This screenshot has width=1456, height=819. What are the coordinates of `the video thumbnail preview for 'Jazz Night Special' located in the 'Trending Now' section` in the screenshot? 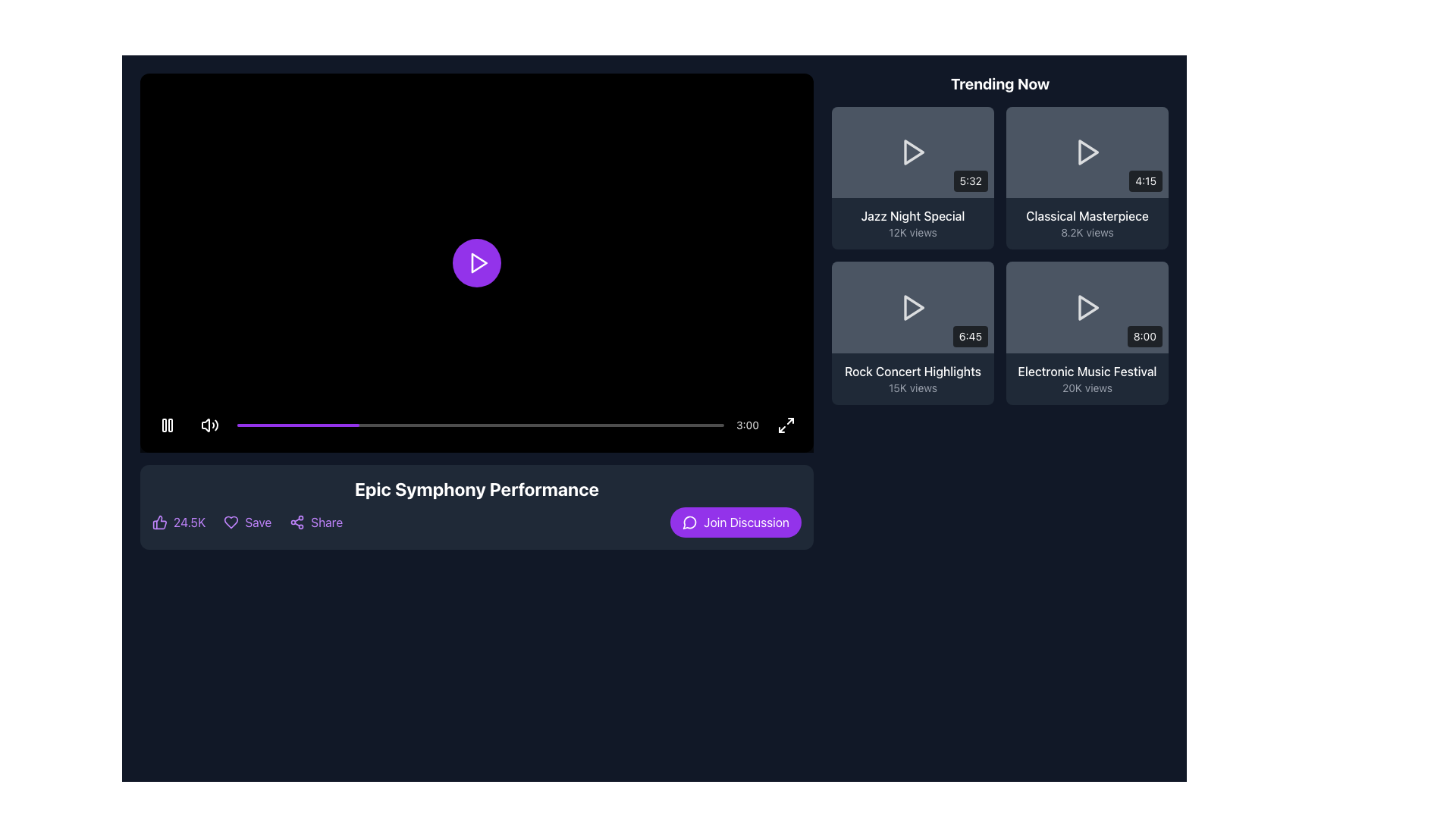 It's located at (912, 152).